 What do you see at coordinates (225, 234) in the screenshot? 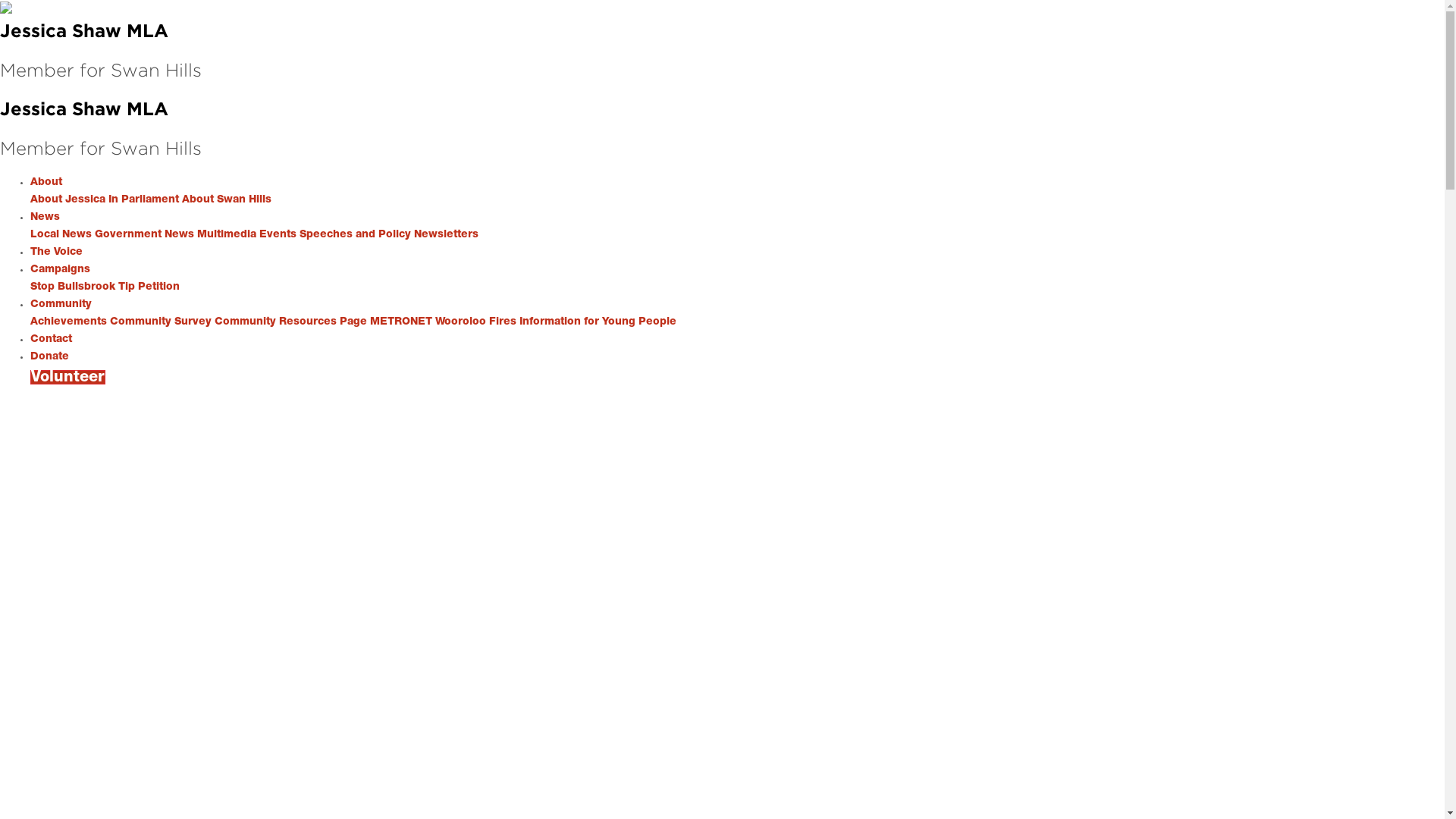
I see `'Multimedia'` at bounding box center [225, 234].